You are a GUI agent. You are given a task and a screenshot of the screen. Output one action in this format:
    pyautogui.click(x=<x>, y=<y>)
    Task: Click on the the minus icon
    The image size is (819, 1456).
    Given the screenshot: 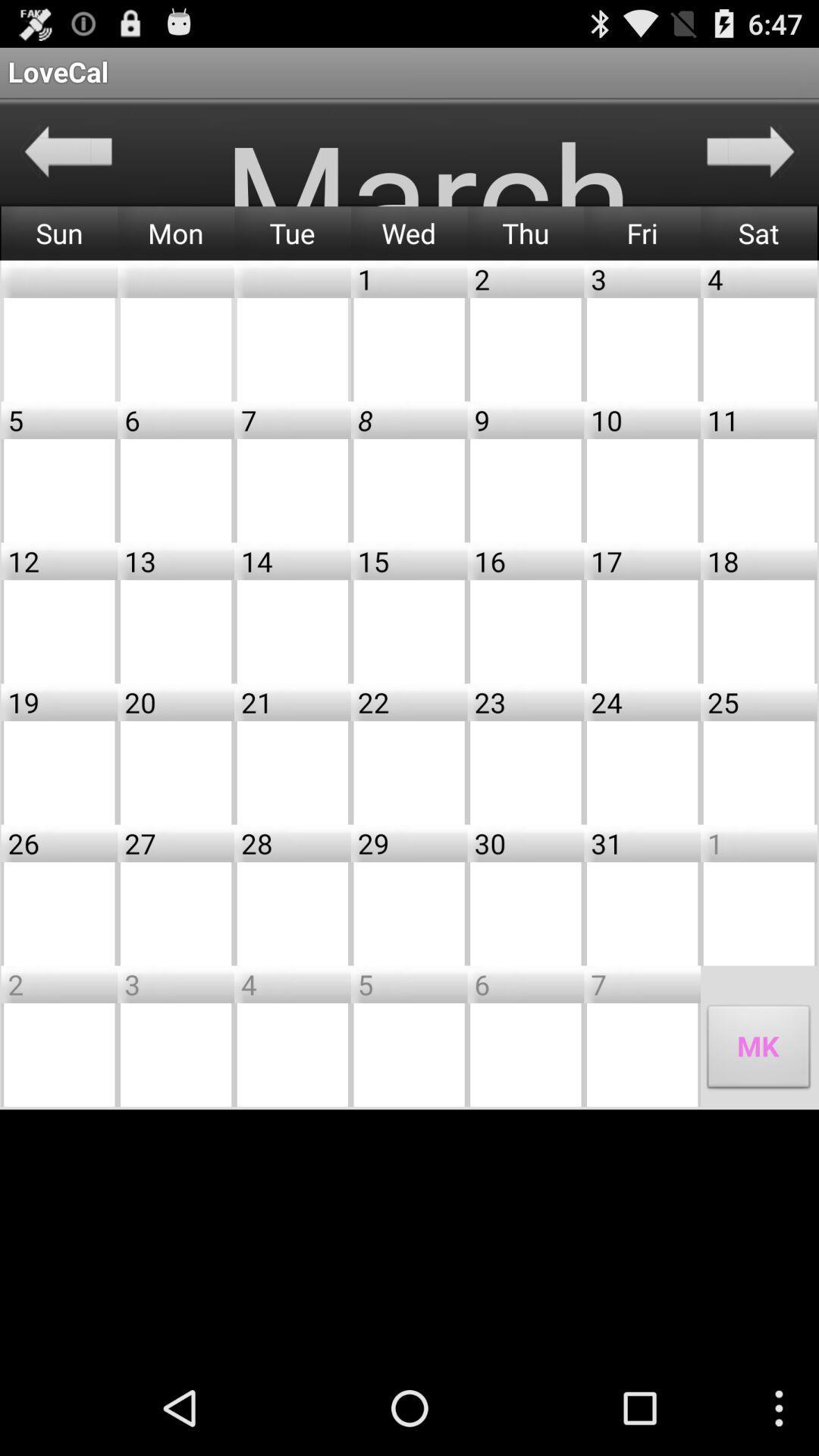 What is the action you would take?
    pyautogui.click(x=58, y=826)
    